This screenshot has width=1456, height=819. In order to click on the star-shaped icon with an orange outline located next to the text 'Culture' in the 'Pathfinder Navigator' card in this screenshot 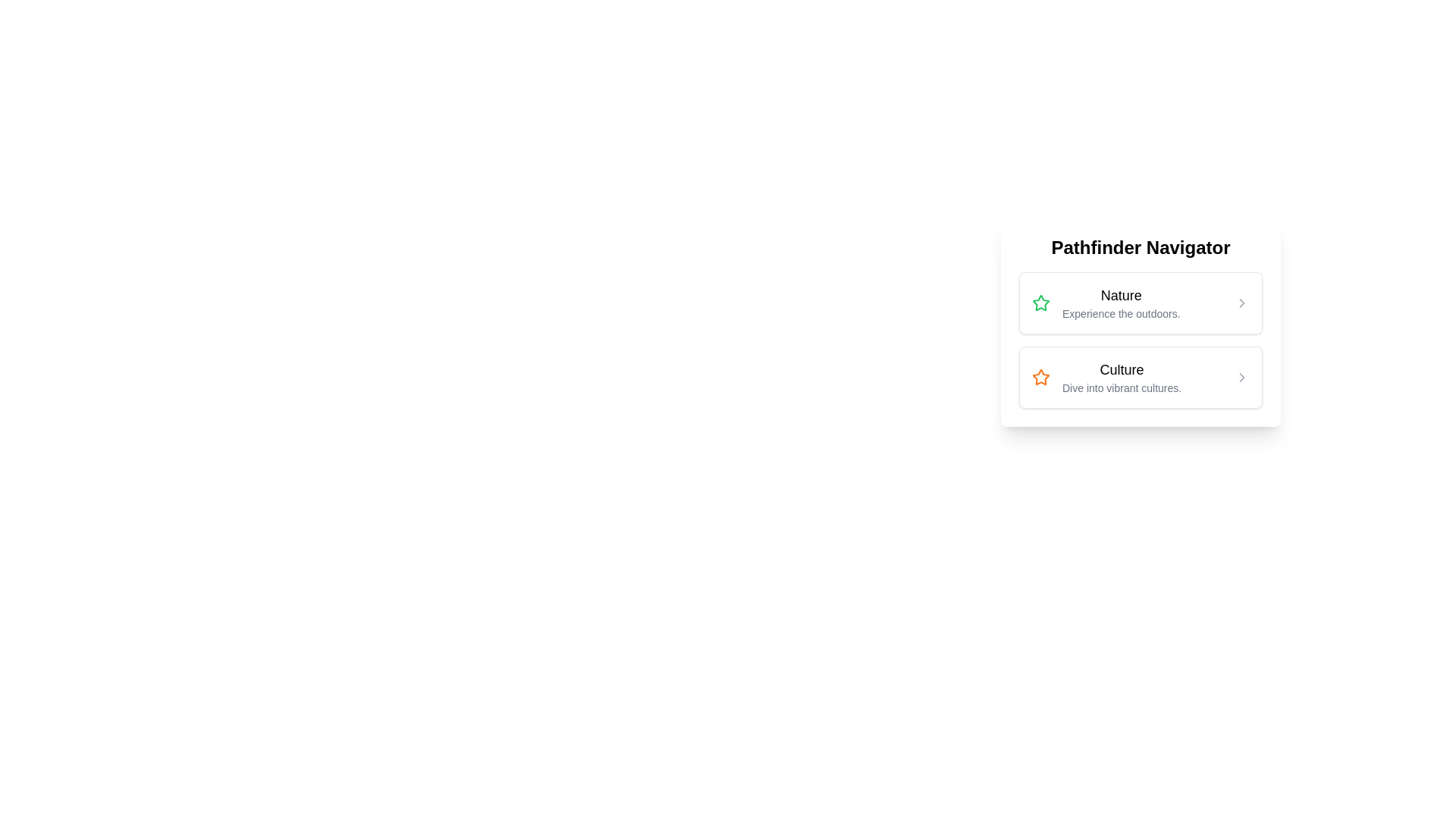, I will do `click(1040, 376)`.